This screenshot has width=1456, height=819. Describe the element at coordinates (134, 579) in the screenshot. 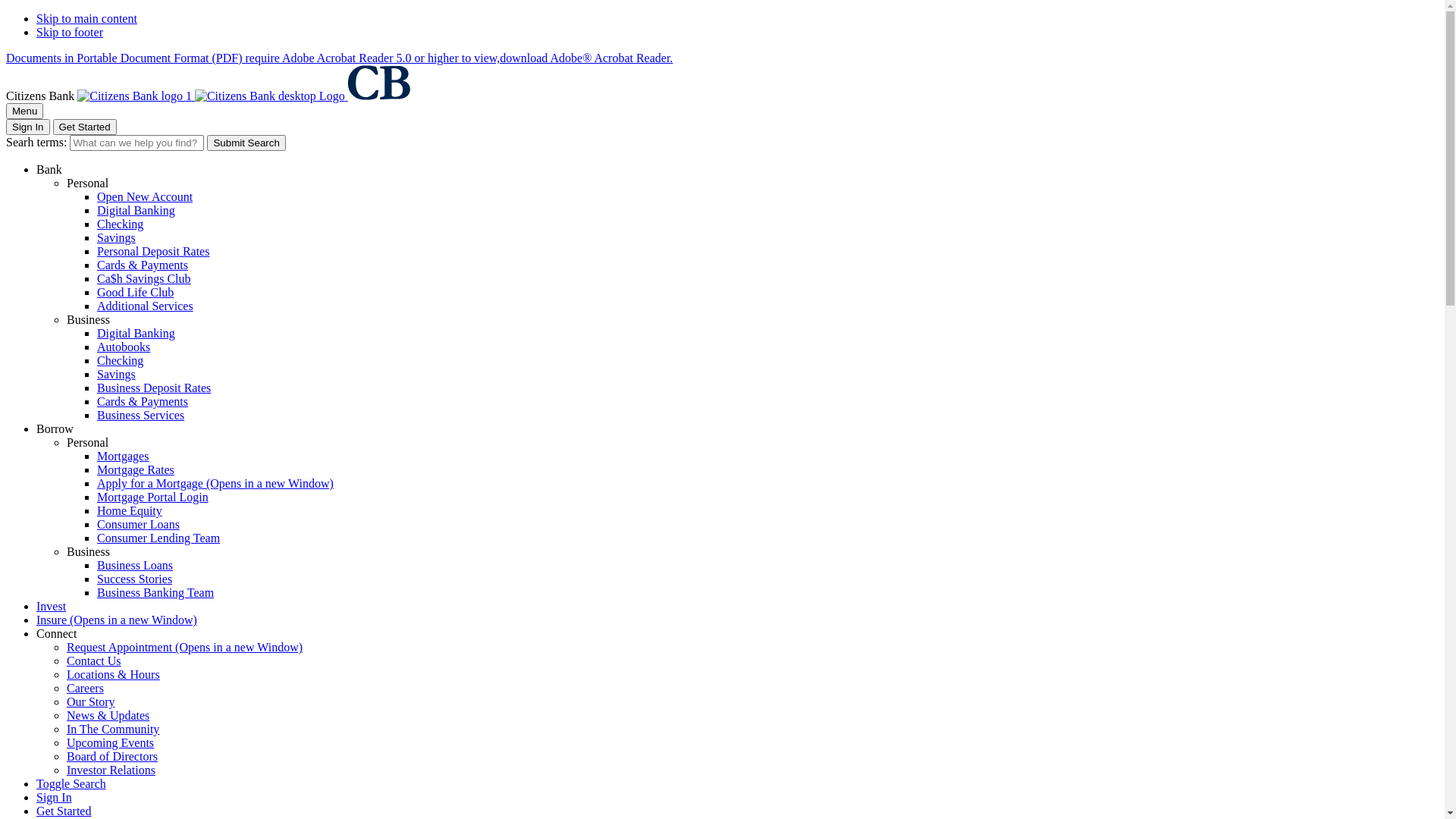

I see `'Success Stories'` at that location.